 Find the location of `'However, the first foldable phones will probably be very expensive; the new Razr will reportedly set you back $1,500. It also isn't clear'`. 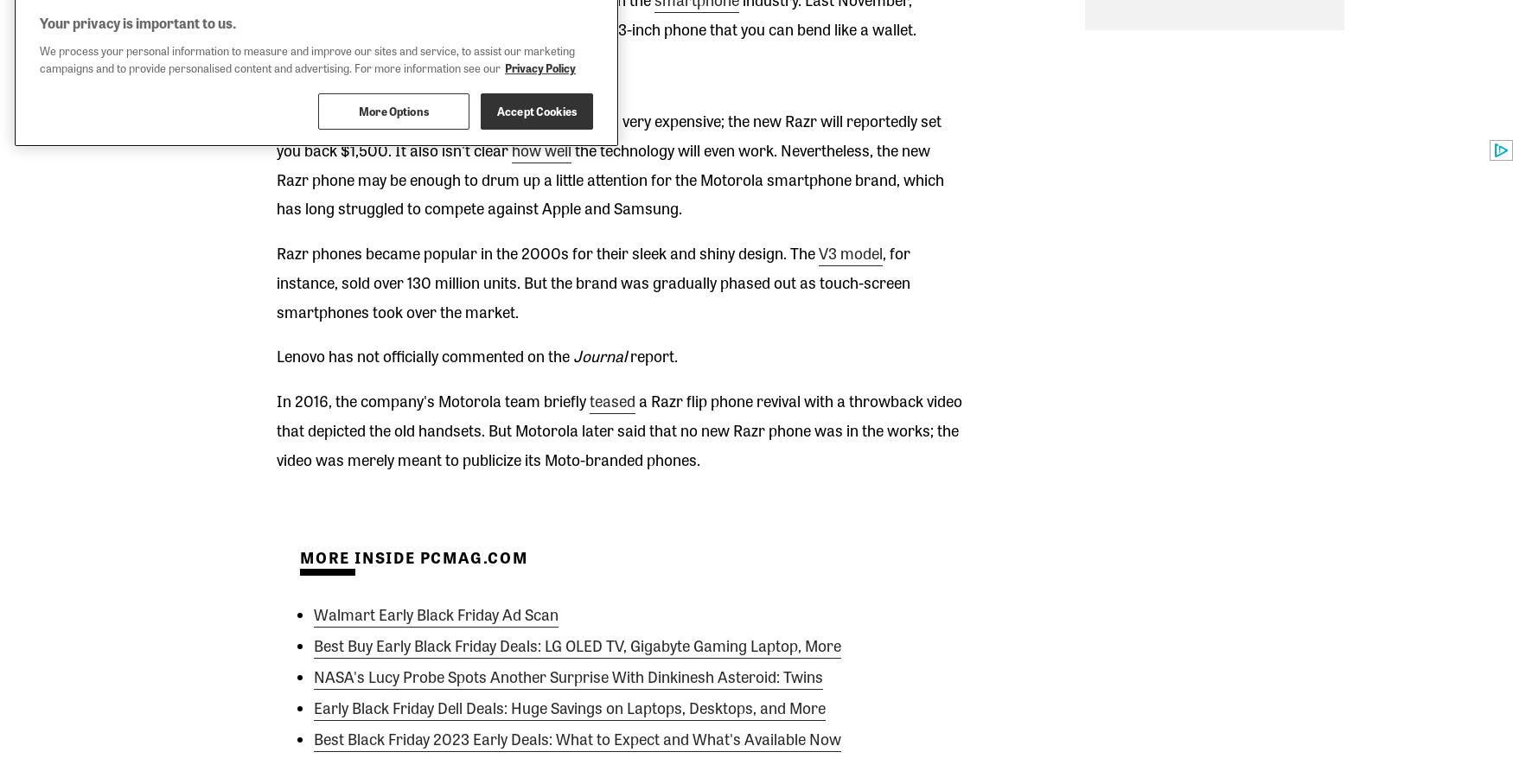

'However, the first foldable phones will probably be very expensive; the new Razr will reportedly set you back $1,500. It also isn't clear' is located at coordinates (608, 134).